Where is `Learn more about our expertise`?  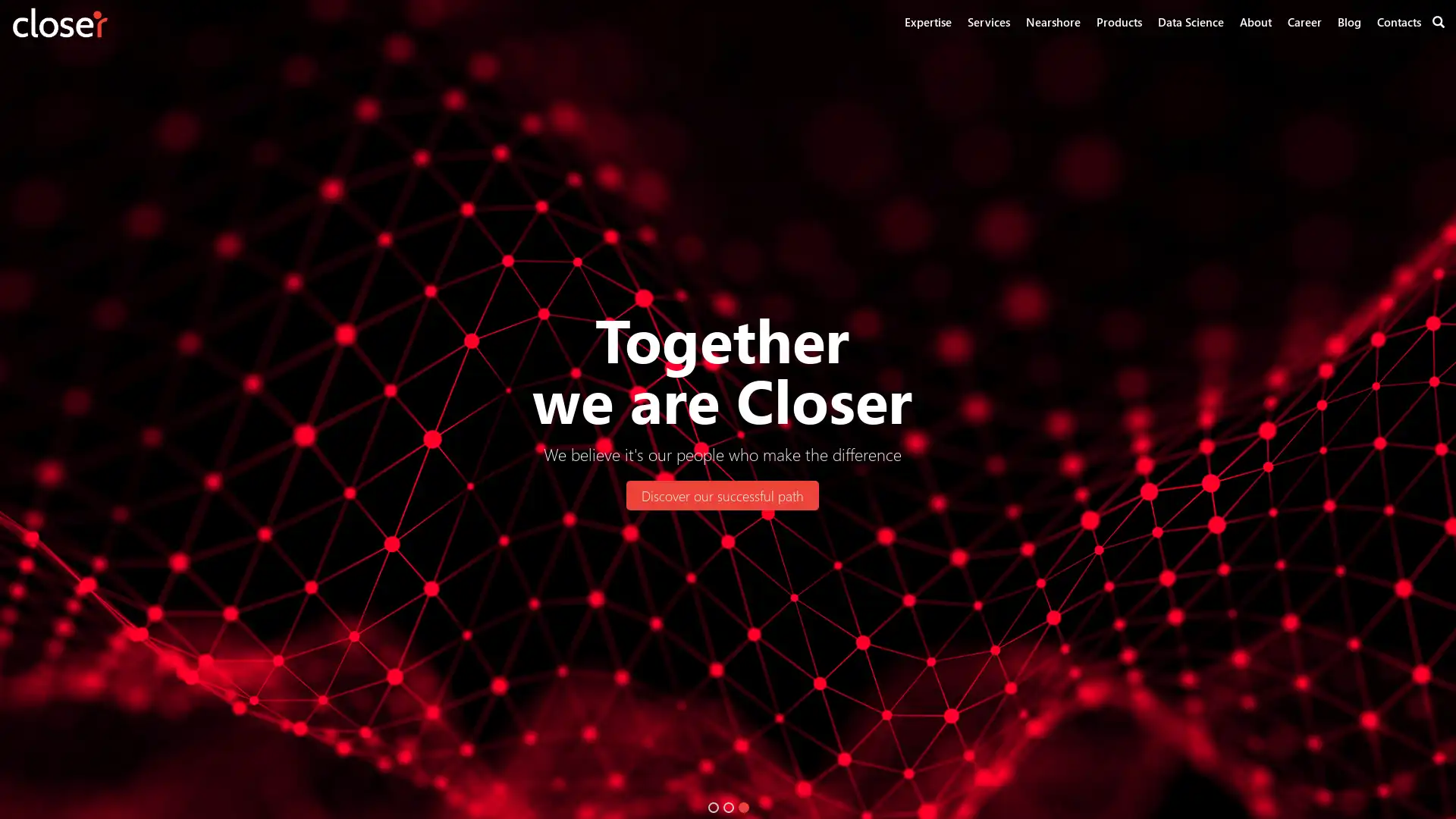
Learn more about our expertise is located at coordinates (1015, 495).